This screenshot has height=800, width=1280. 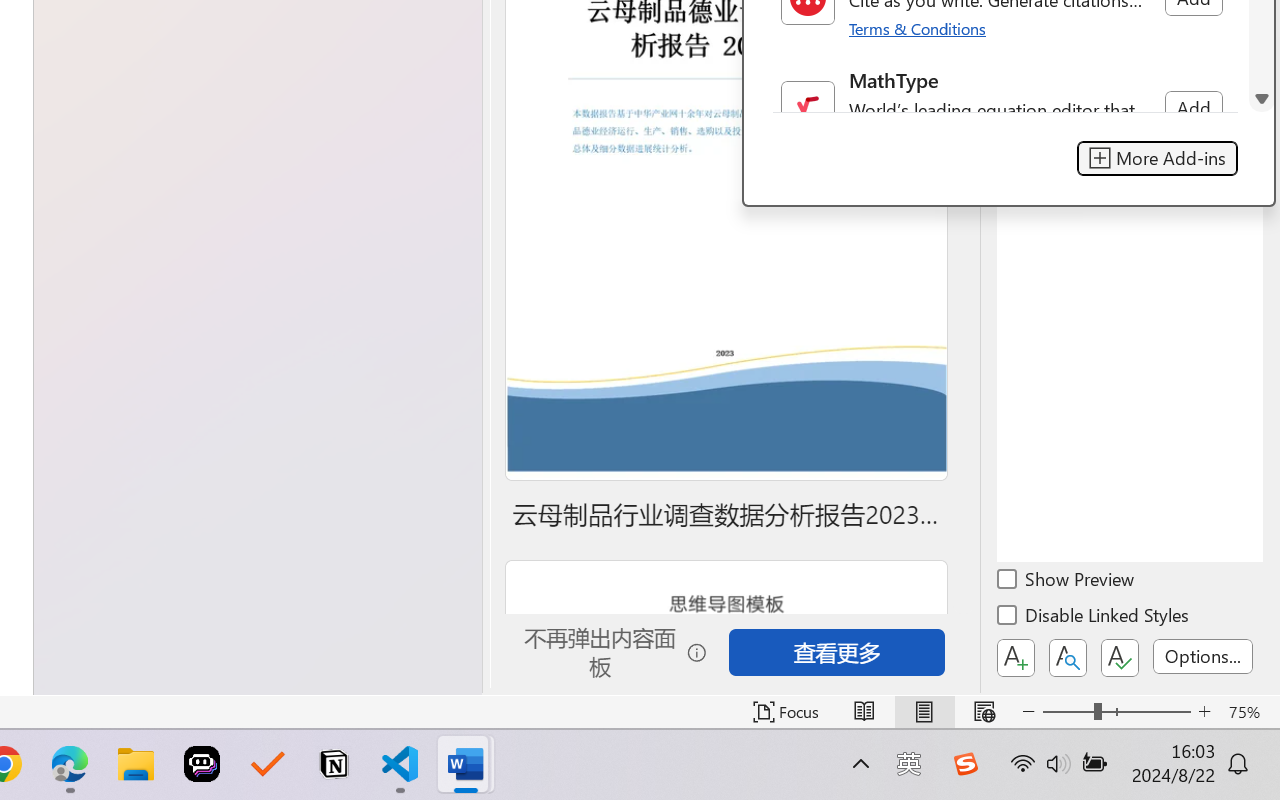 What do you see at coordinates (1202, 655) in the screenshot?
I see `'Options...'` at bounding box center [1202, 655].